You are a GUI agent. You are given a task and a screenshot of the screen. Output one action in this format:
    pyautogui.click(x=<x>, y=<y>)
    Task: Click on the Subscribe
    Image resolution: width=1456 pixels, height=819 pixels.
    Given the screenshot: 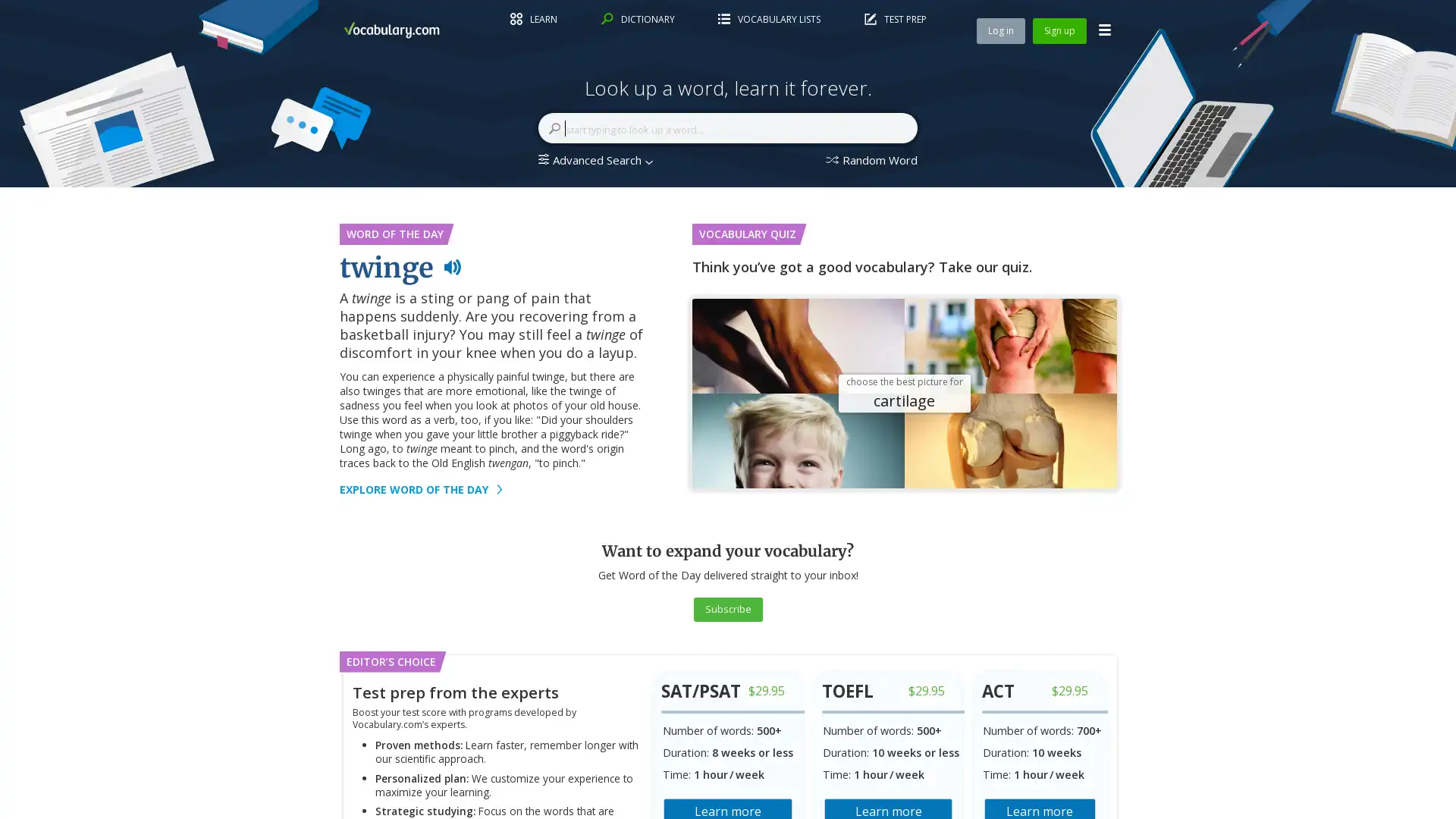 What is the action you would take?
    pyautogui.click(x=726, y=607)
    